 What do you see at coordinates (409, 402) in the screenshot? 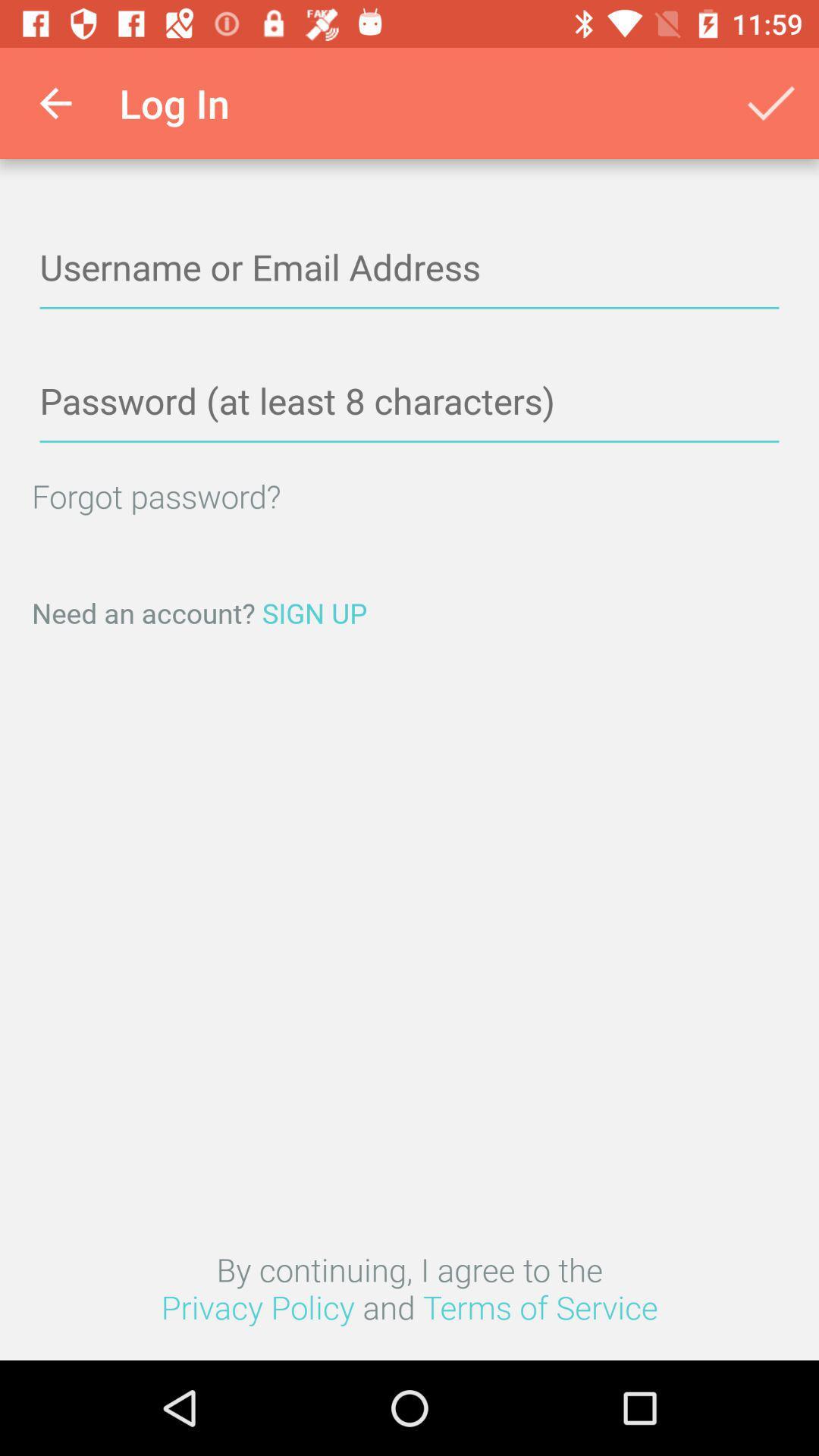
I see `safty lock number` at bounding box center [409, 402].